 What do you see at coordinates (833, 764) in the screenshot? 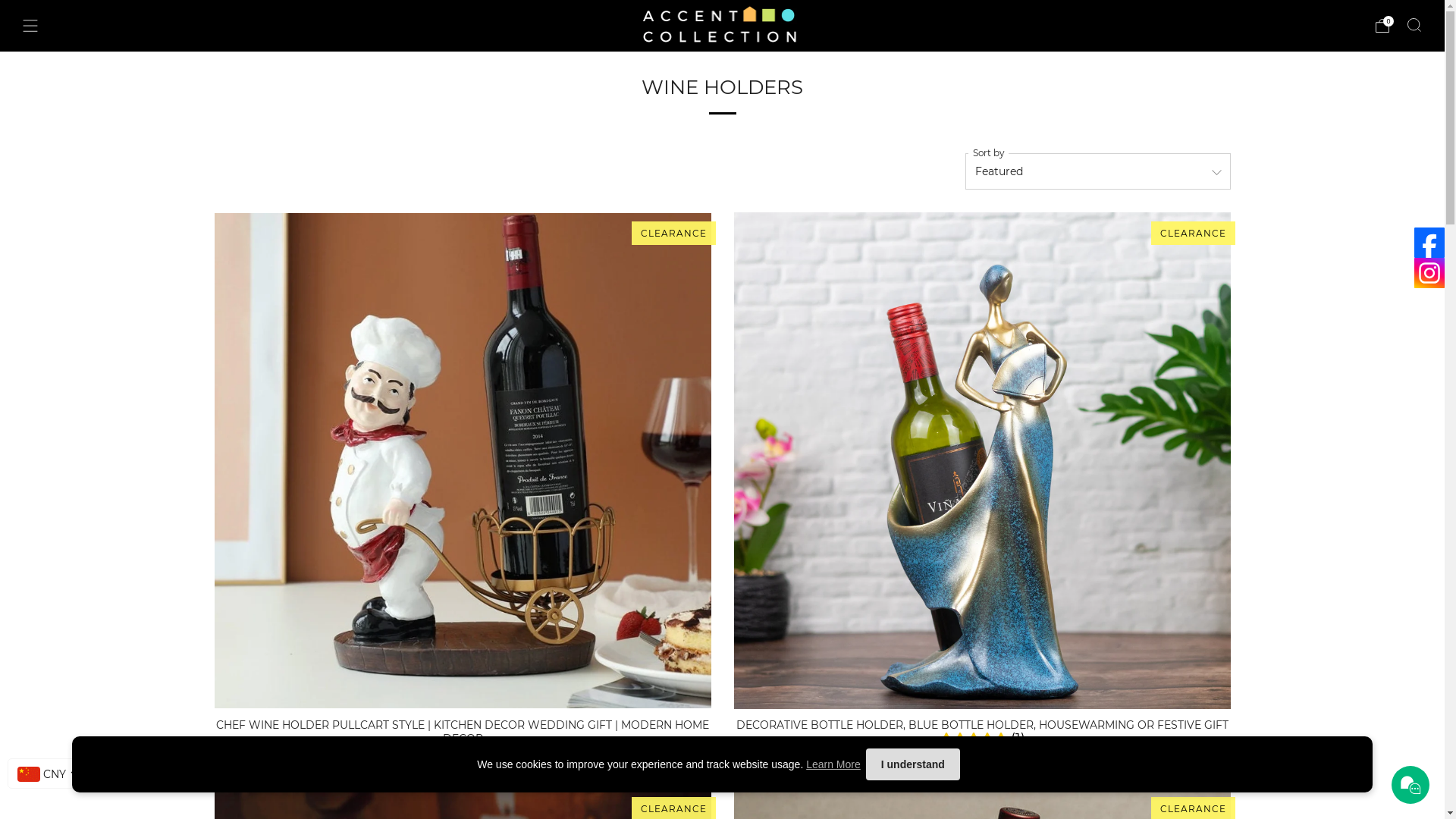
I see `'Learn More'` at bounding box center [833, 764].